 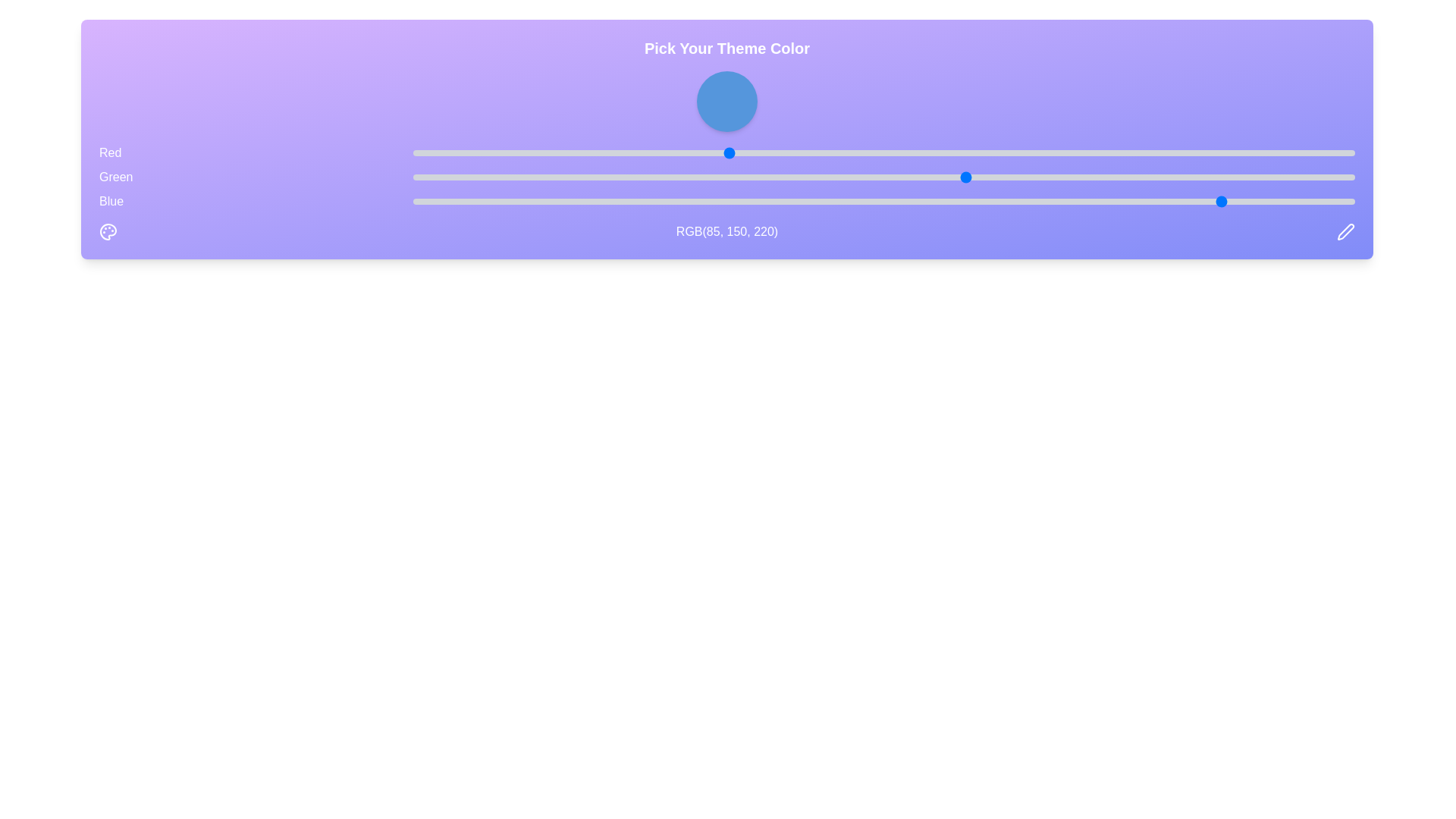 What do you see at coordinates (538, 152) in the screenshot?
I see `the slider's value` at bounding box center [538, 152].